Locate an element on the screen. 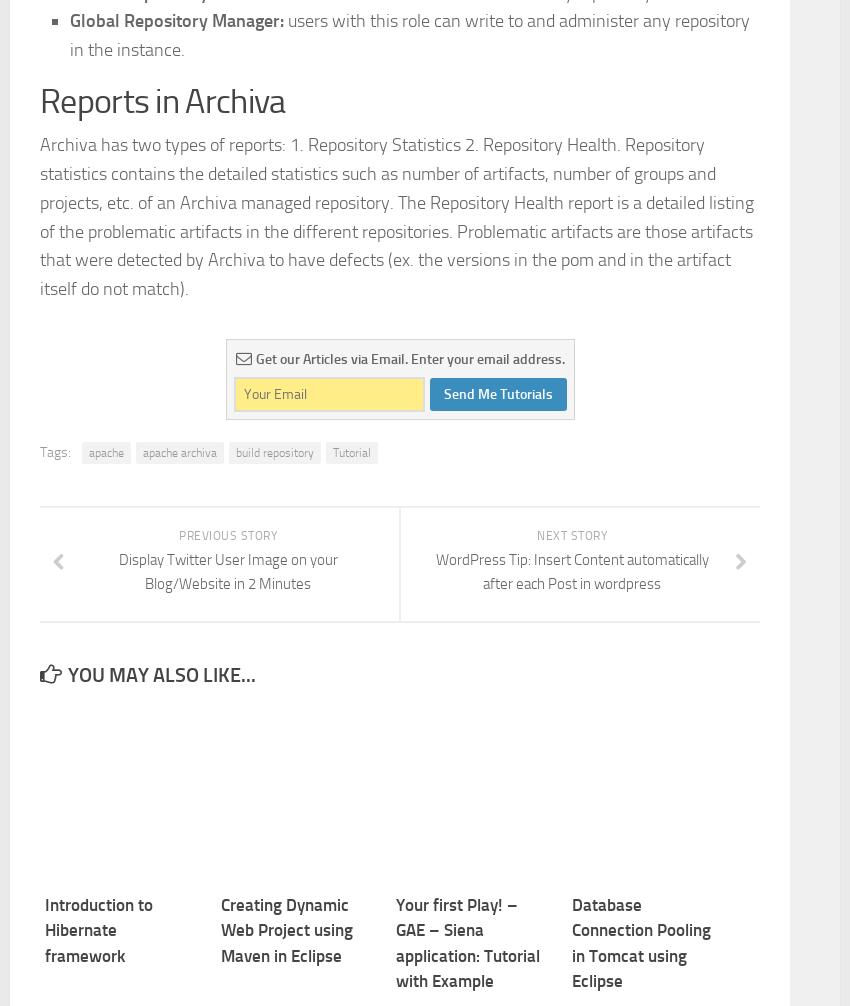 This screenshot has height=1006, width=850. 'users with this role can write to and administer any repository in the instance.' is located at coordinates (410, 314).